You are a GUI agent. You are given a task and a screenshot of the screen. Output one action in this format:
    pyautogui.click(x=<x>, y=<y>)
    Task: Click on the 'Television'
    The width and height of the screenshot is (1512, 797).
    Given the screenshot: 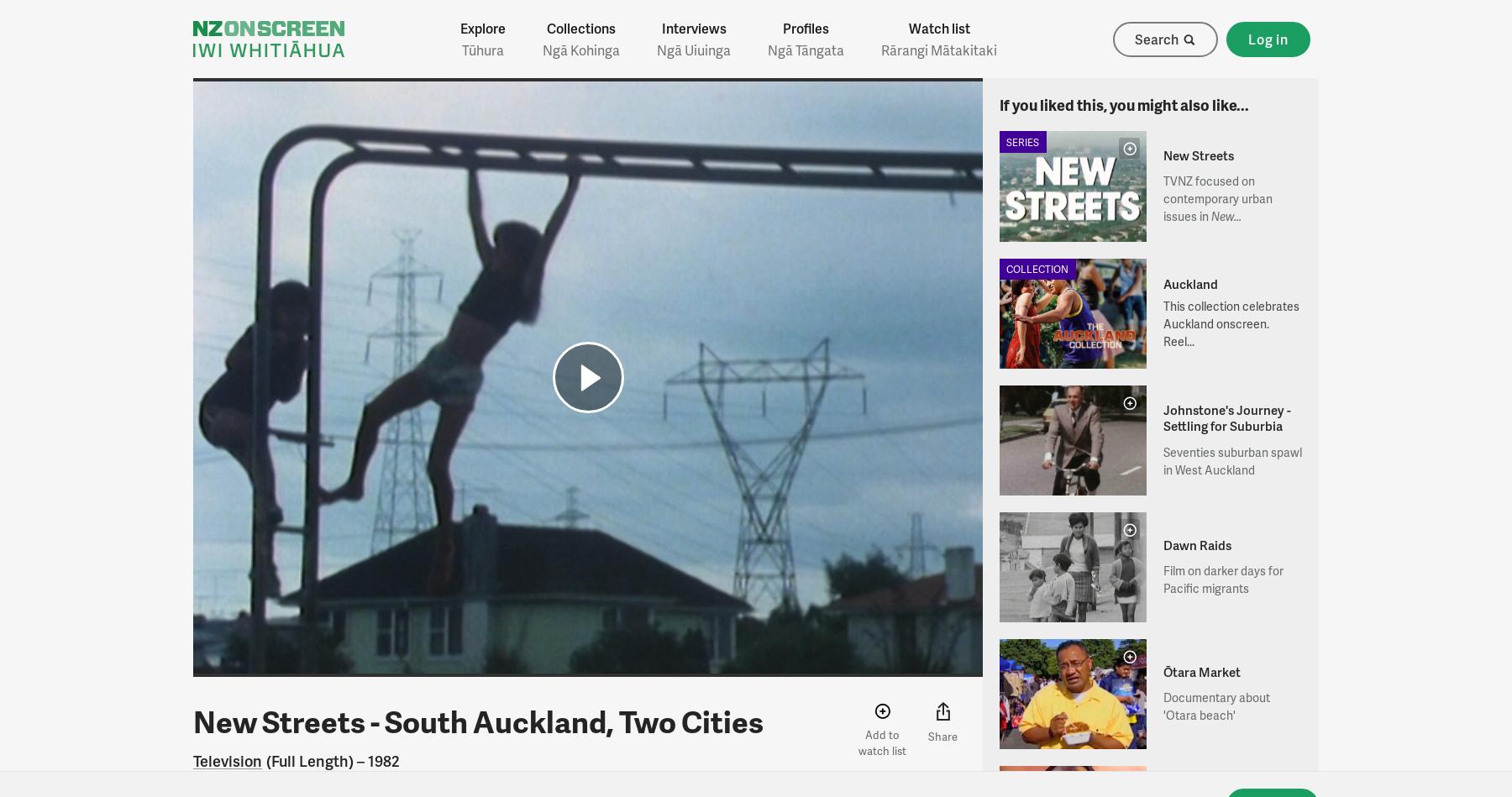 What is the action you would take?
    pyautogui.click(x=227, y=758)
    